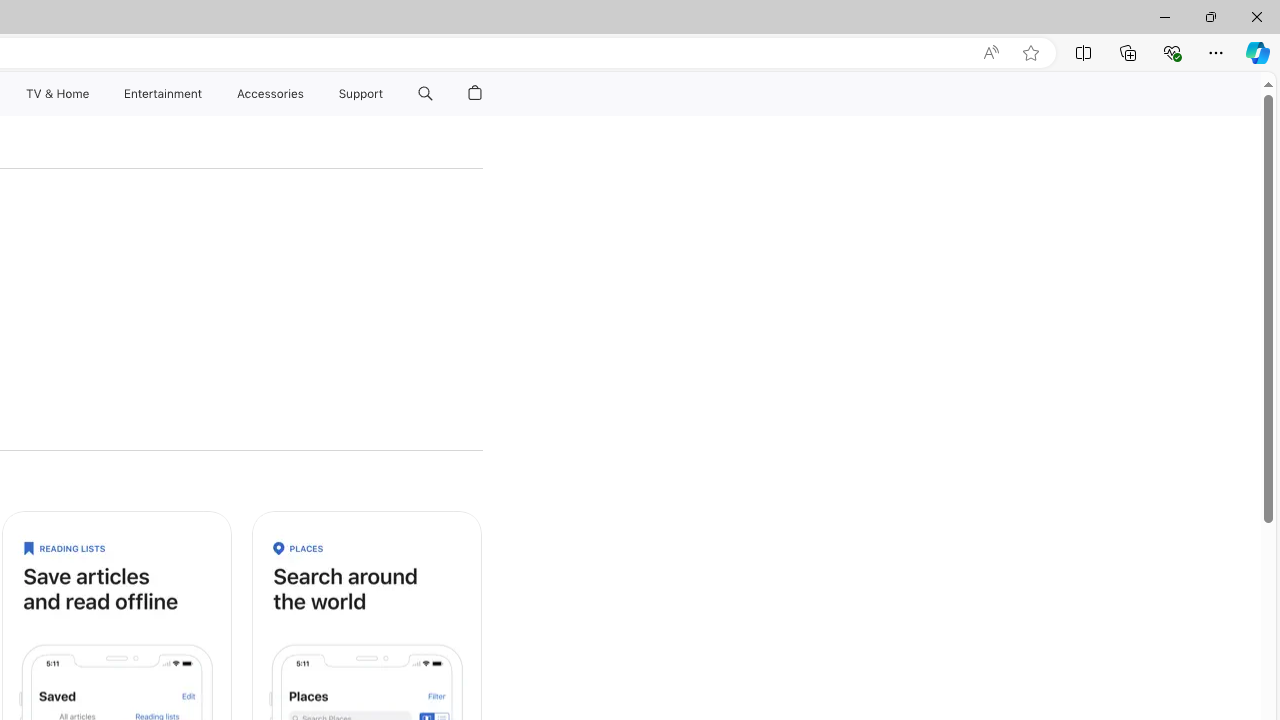 The width and height of the screenshot is (1280, 720). What do you see at coordinates (474, 93) in the screenshot?
I see `'Shopping Bag'` at bounding box center [474, 93].